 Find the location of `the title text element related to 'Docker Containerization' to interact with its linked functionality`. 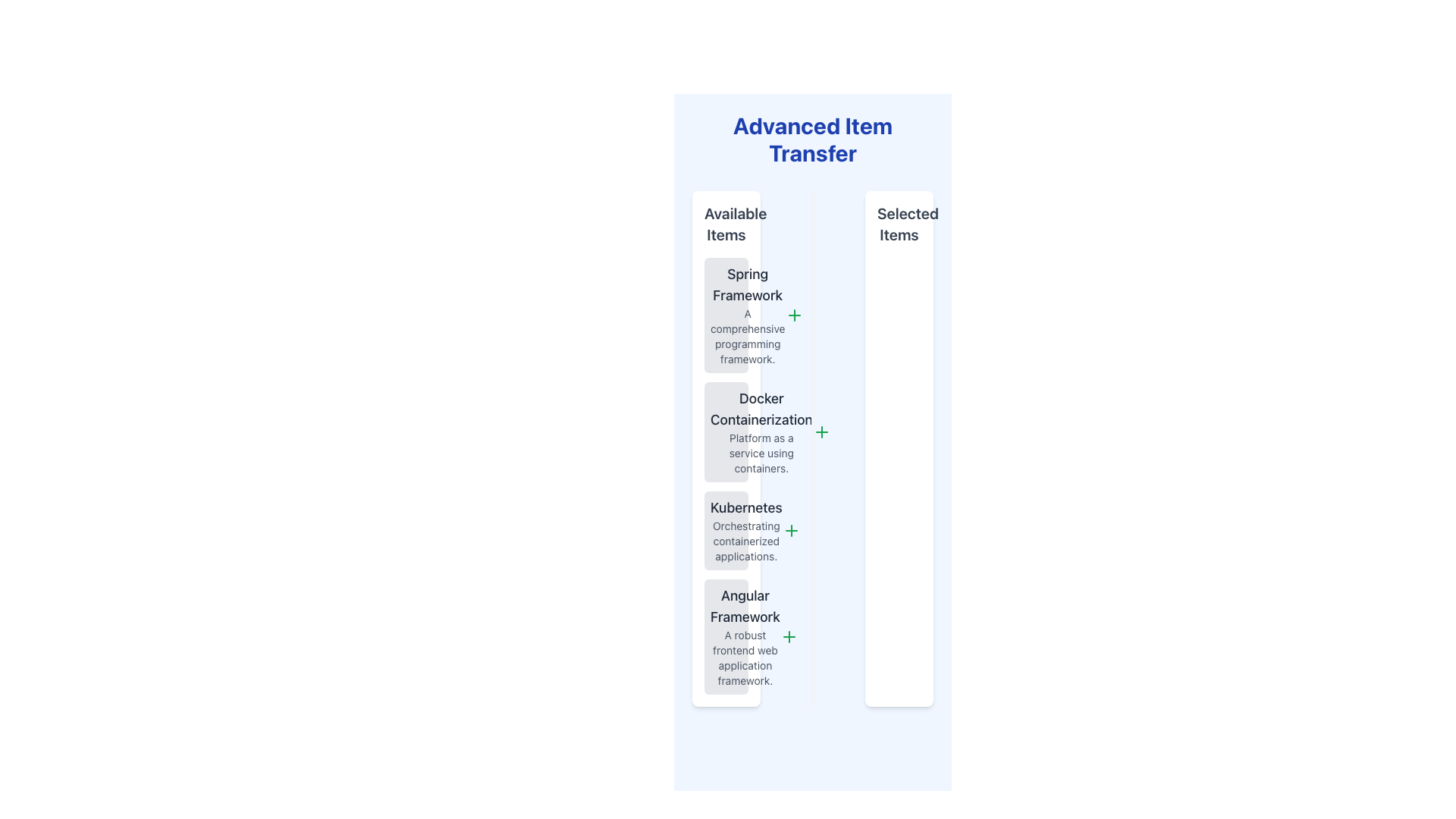

the title text element related to 'Docker Containerization' to interact with its linked functionality is located at coordinates (761, 409).